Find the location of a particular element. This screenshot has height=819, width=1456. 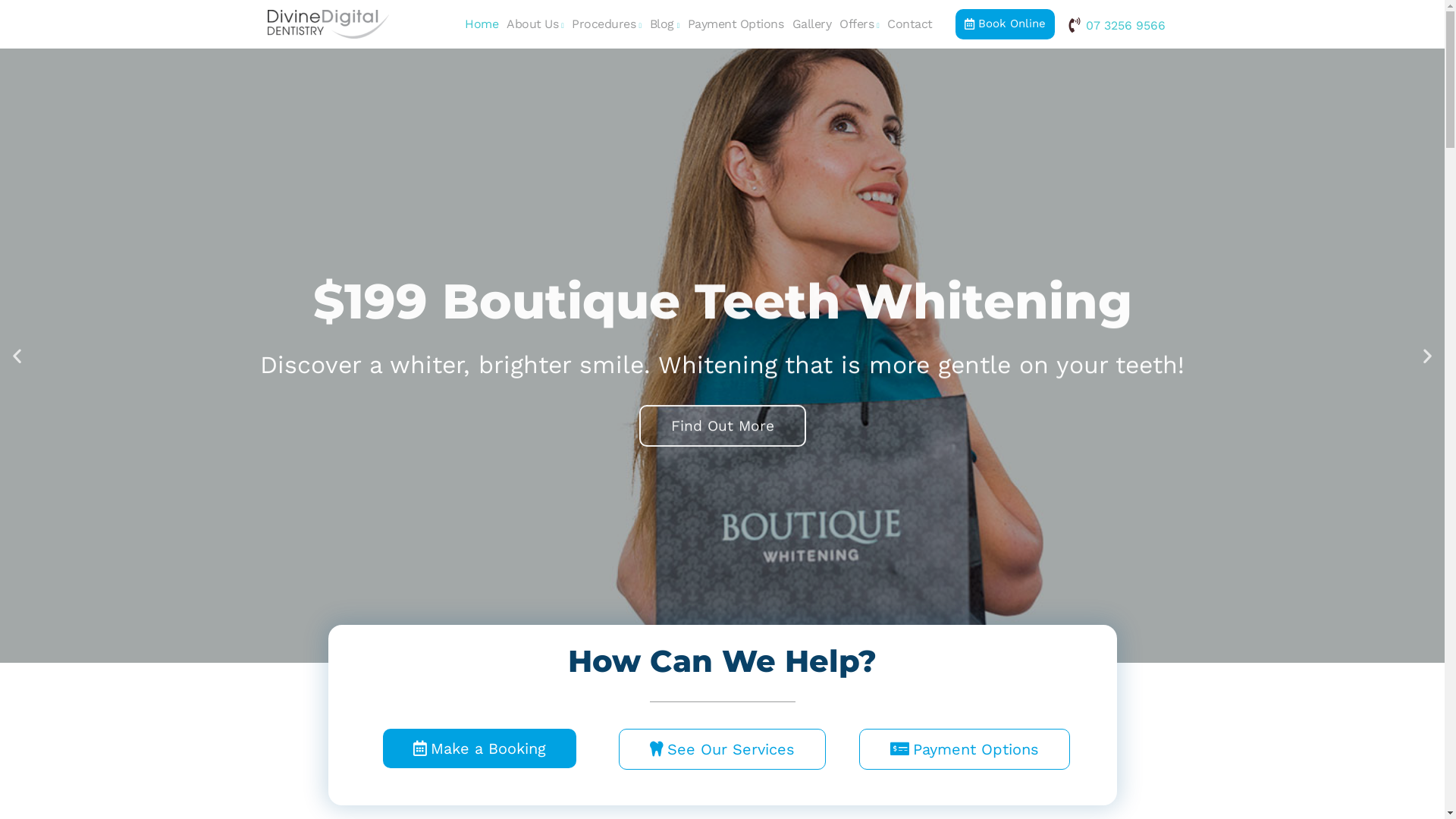

'See Our Services' is located at coordinates (721, 748).